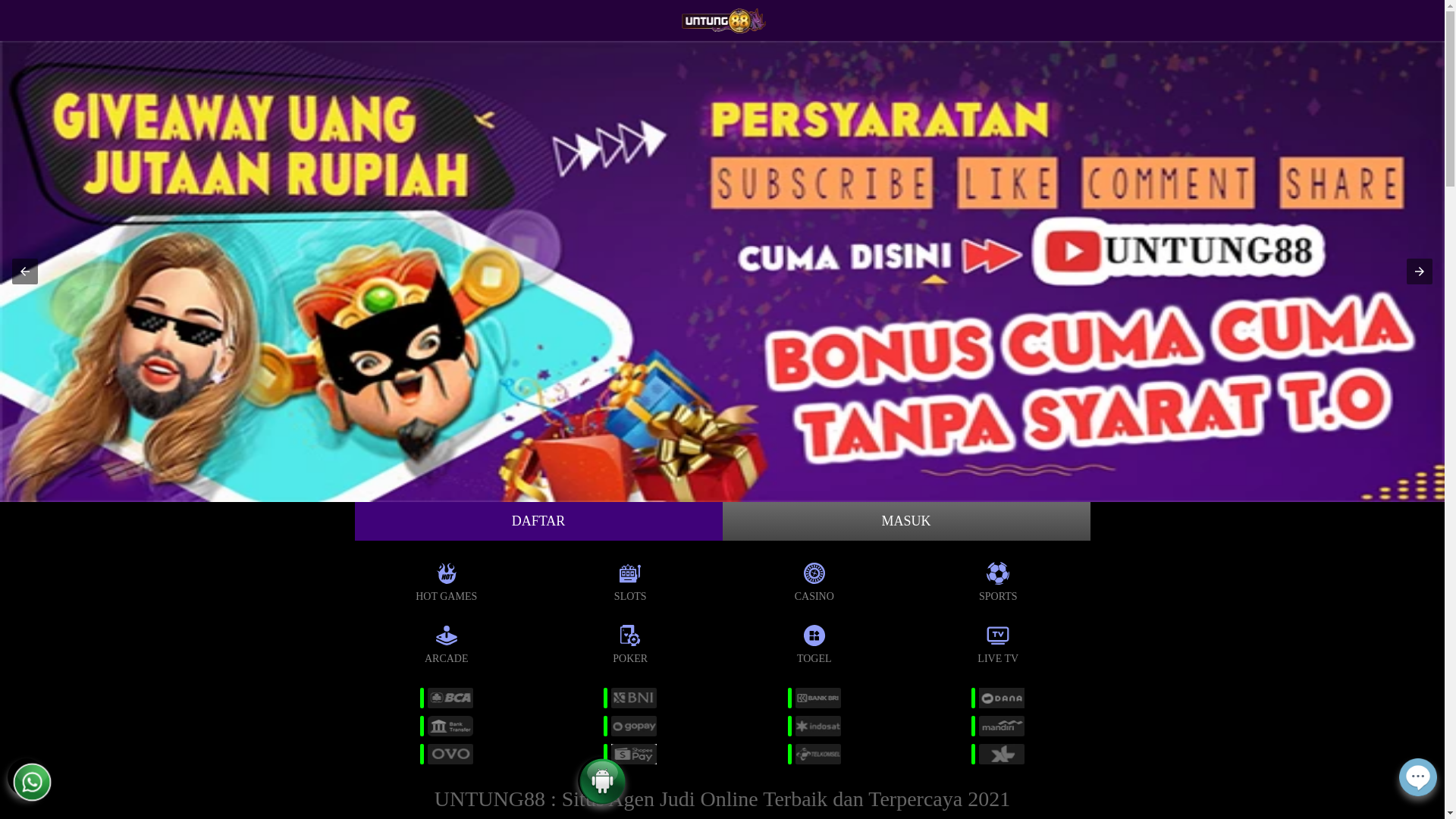 The width and height of the screenshot is (1456, 819). I want to click on 'LIVE TV', so click(998, 641).